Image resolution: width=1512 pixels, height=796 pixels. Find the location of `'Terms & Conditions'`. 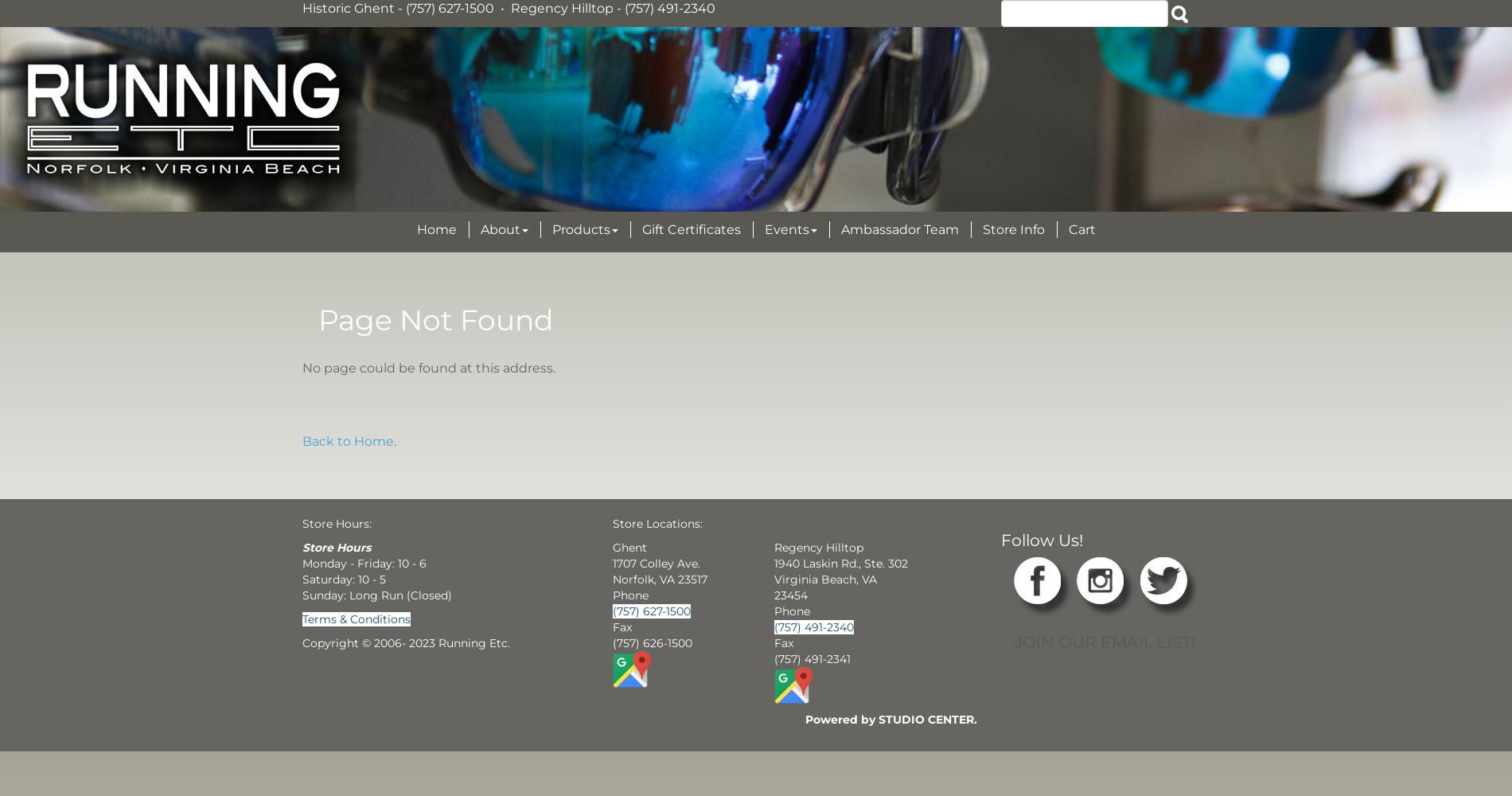

'Terms & Conditions' is located at coordinates (356, 618).